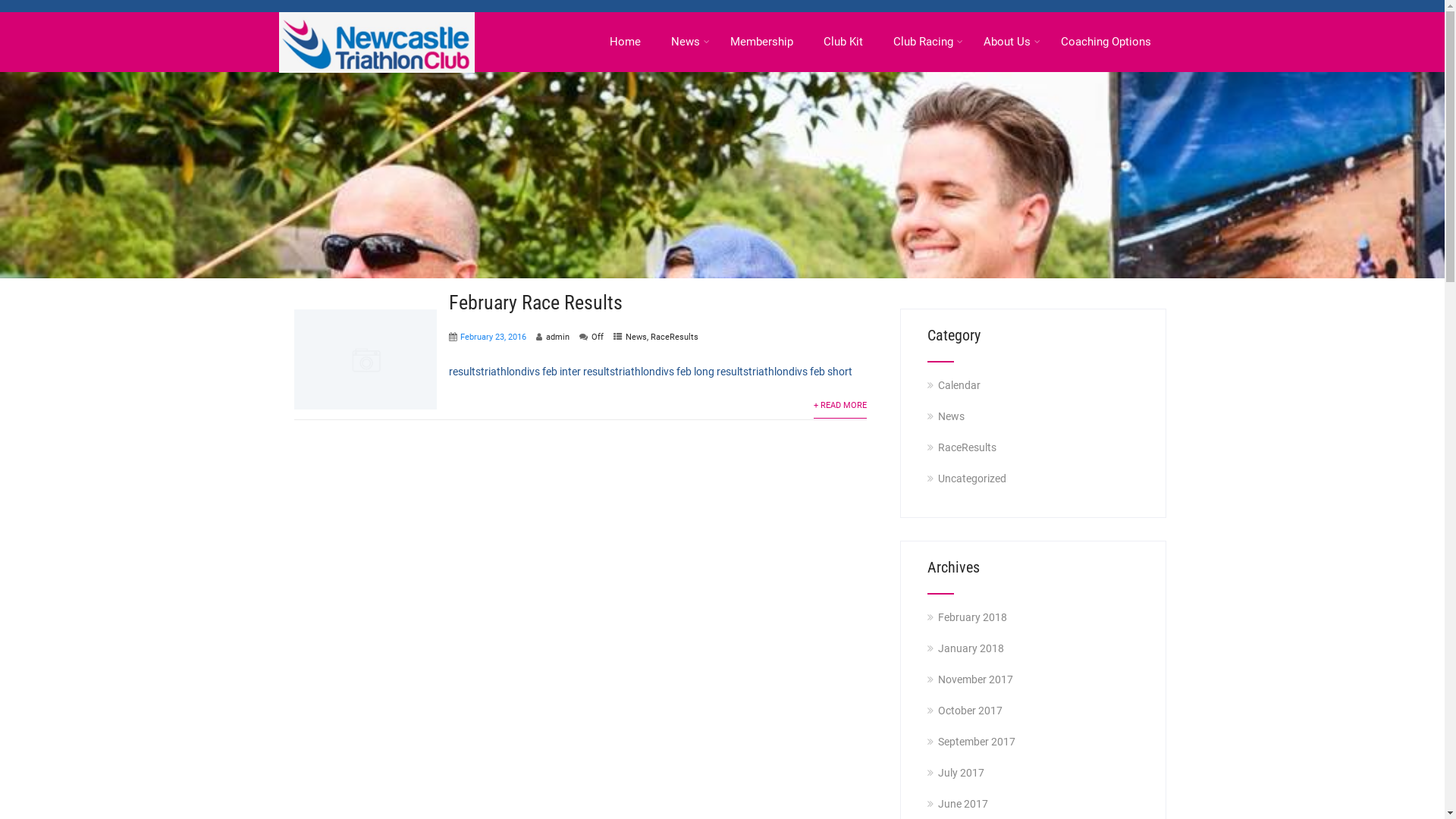  I want to click on 'October 2017', so click(969, 711).